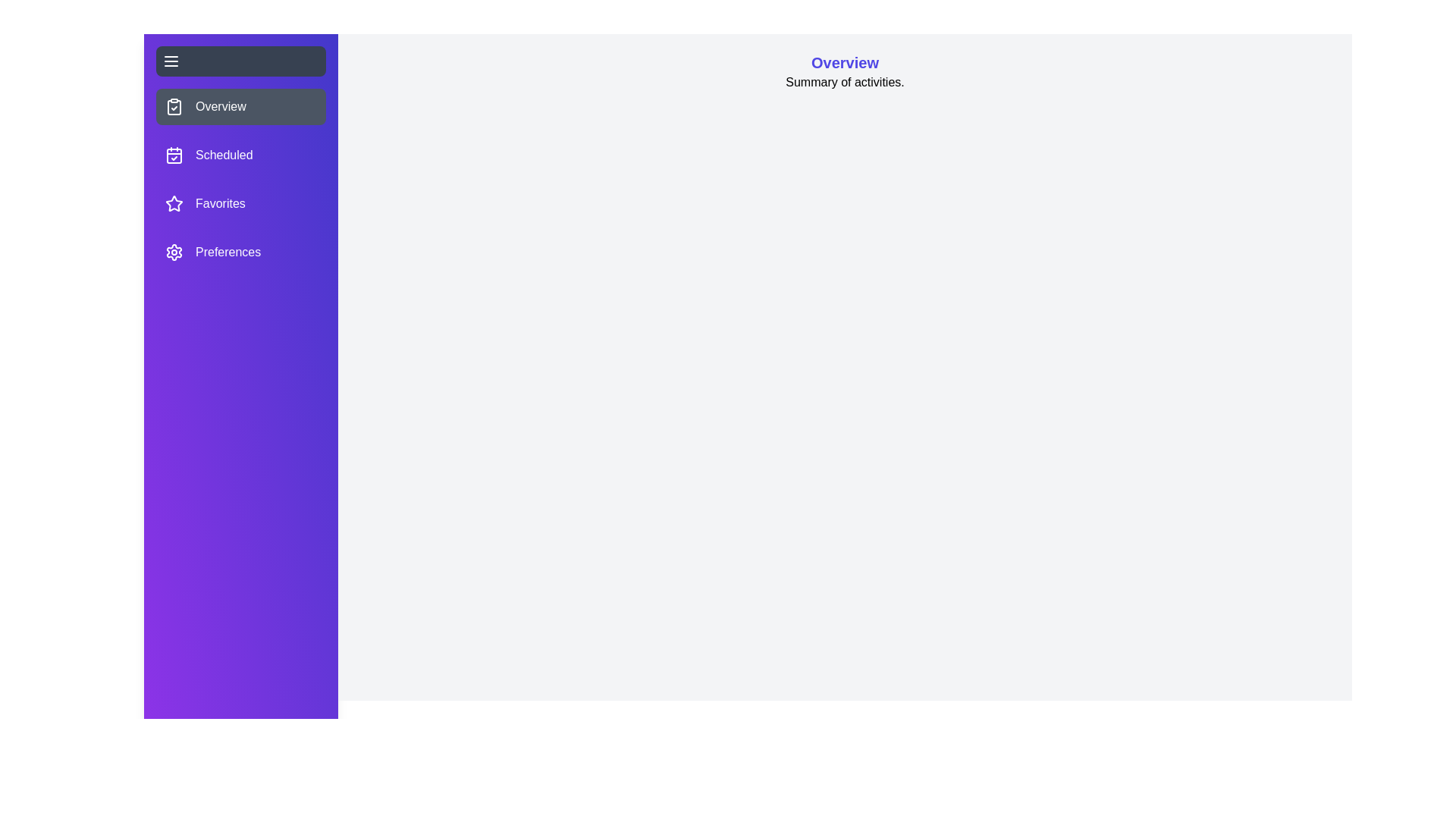 This screenshot has height=819, width=1456. Describe the element at coordinates (240, 106) in the screenshot. I see `the section Overview from the drawer menu` at that location.